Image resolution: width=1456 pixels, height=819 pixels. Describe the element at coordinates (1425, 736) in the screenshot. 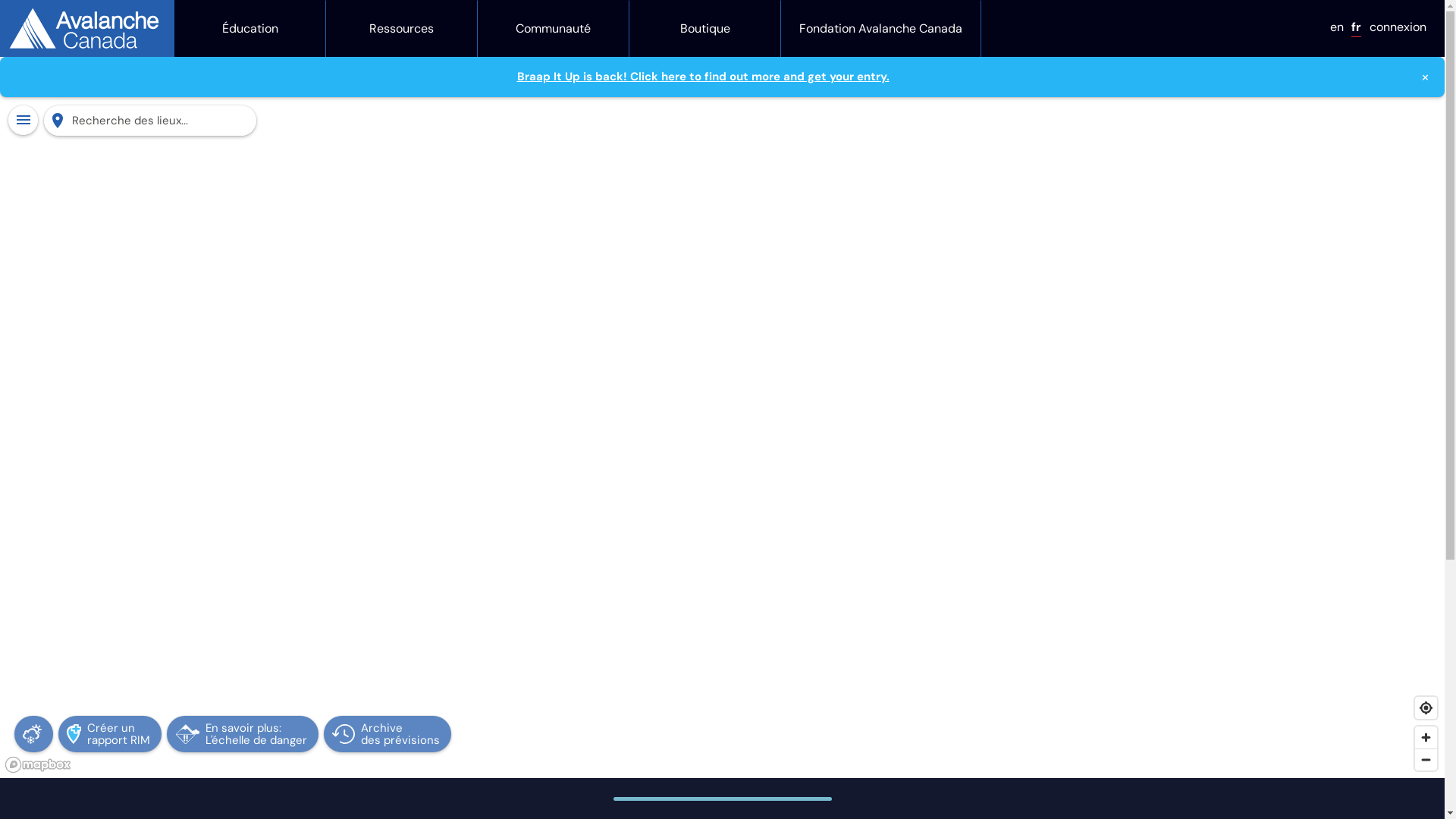

I see `'Zoom in'` at that location.